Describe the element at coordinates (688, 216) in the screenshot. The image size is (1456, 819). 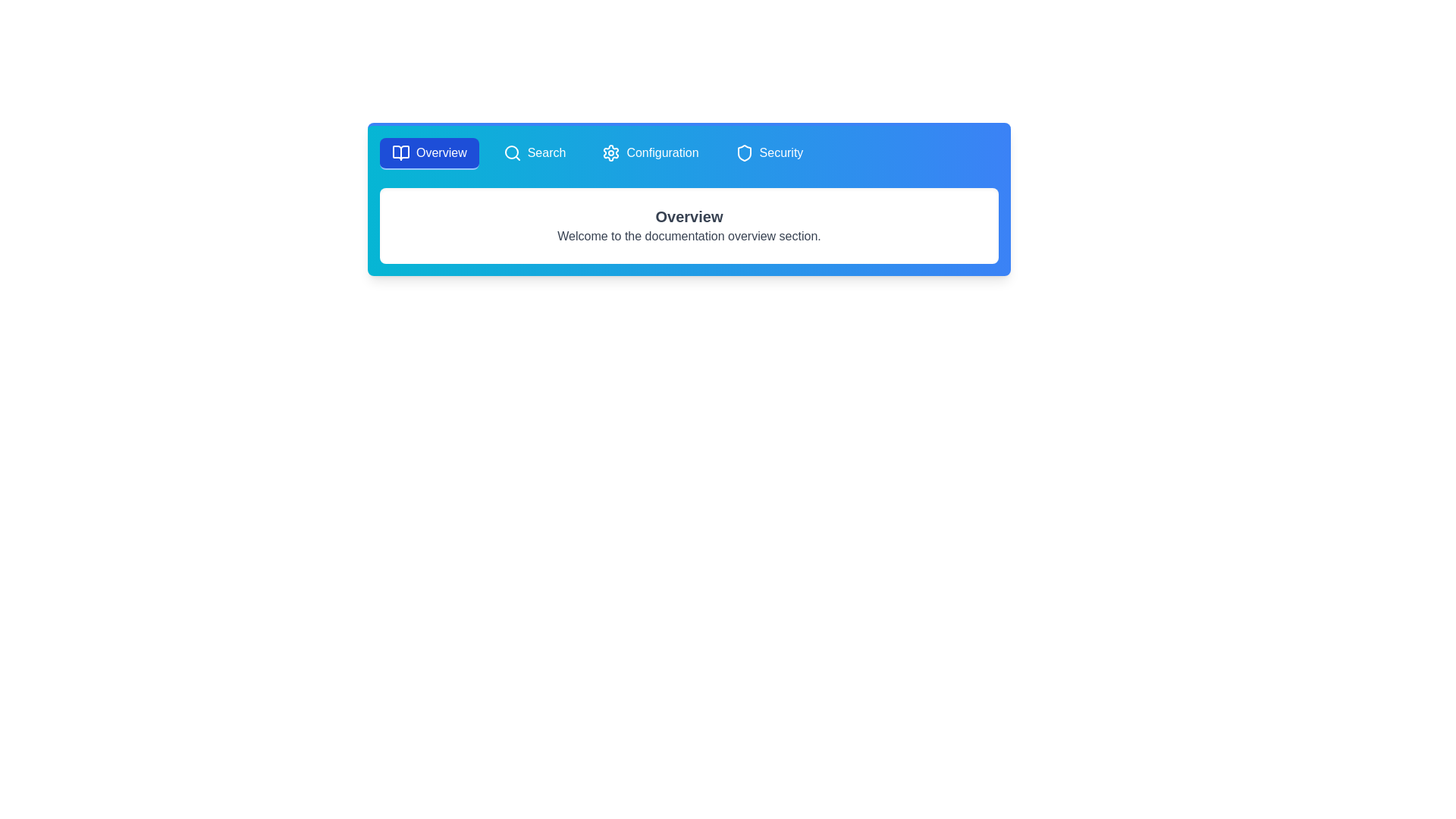
I see `the heading text element that serves as the title for the page, which is located above the descriptive text 'Welcome to the documentation overview section.'` at that location.